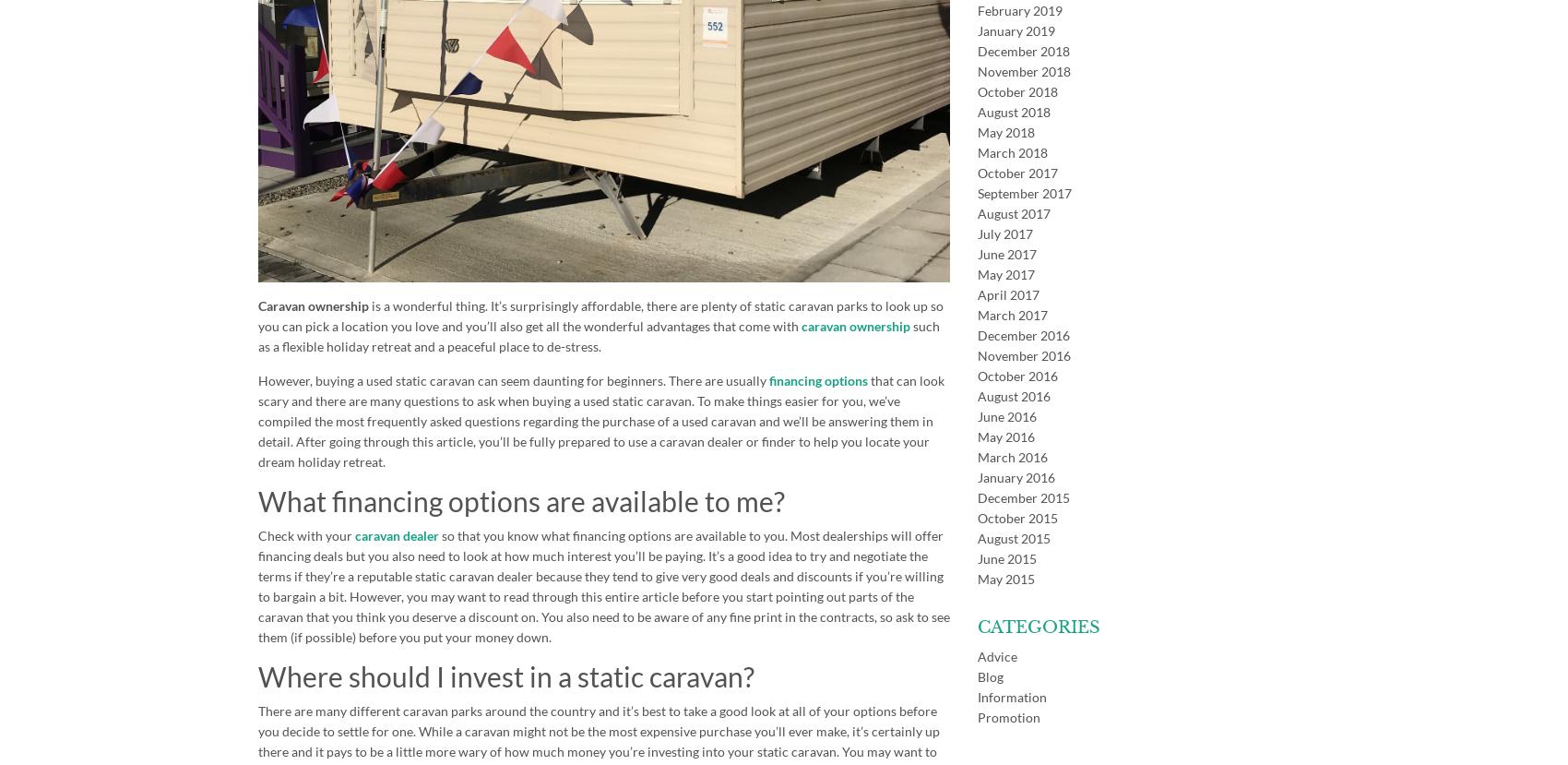  What do you see at coordinates (818, 380) in the screenshot?
I see `'financing options'` at bounding box center [818, 380].